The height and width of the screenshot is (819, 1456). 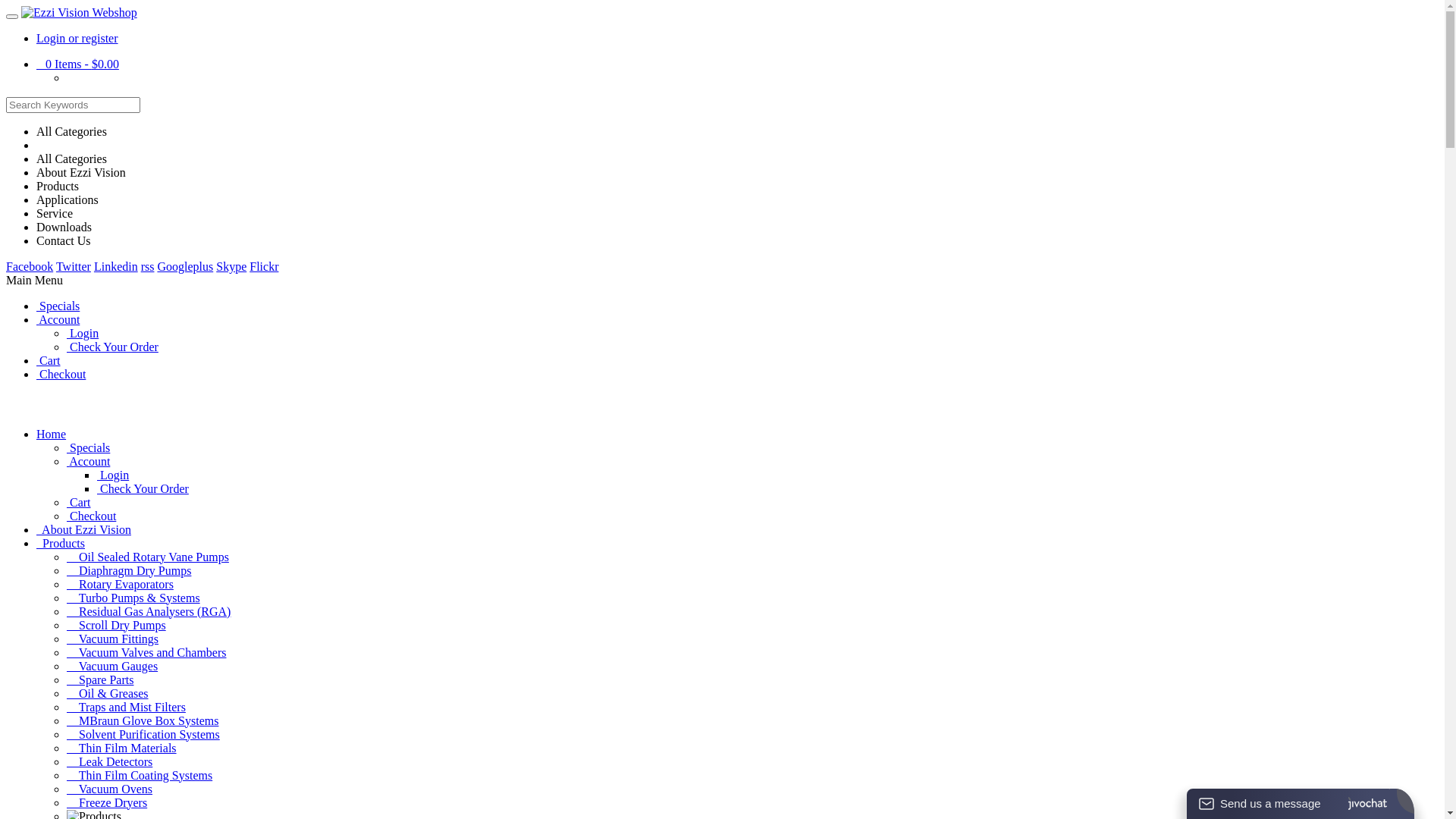 I want to click on '    Rotary Evaporators', so click(x=119, y=583).